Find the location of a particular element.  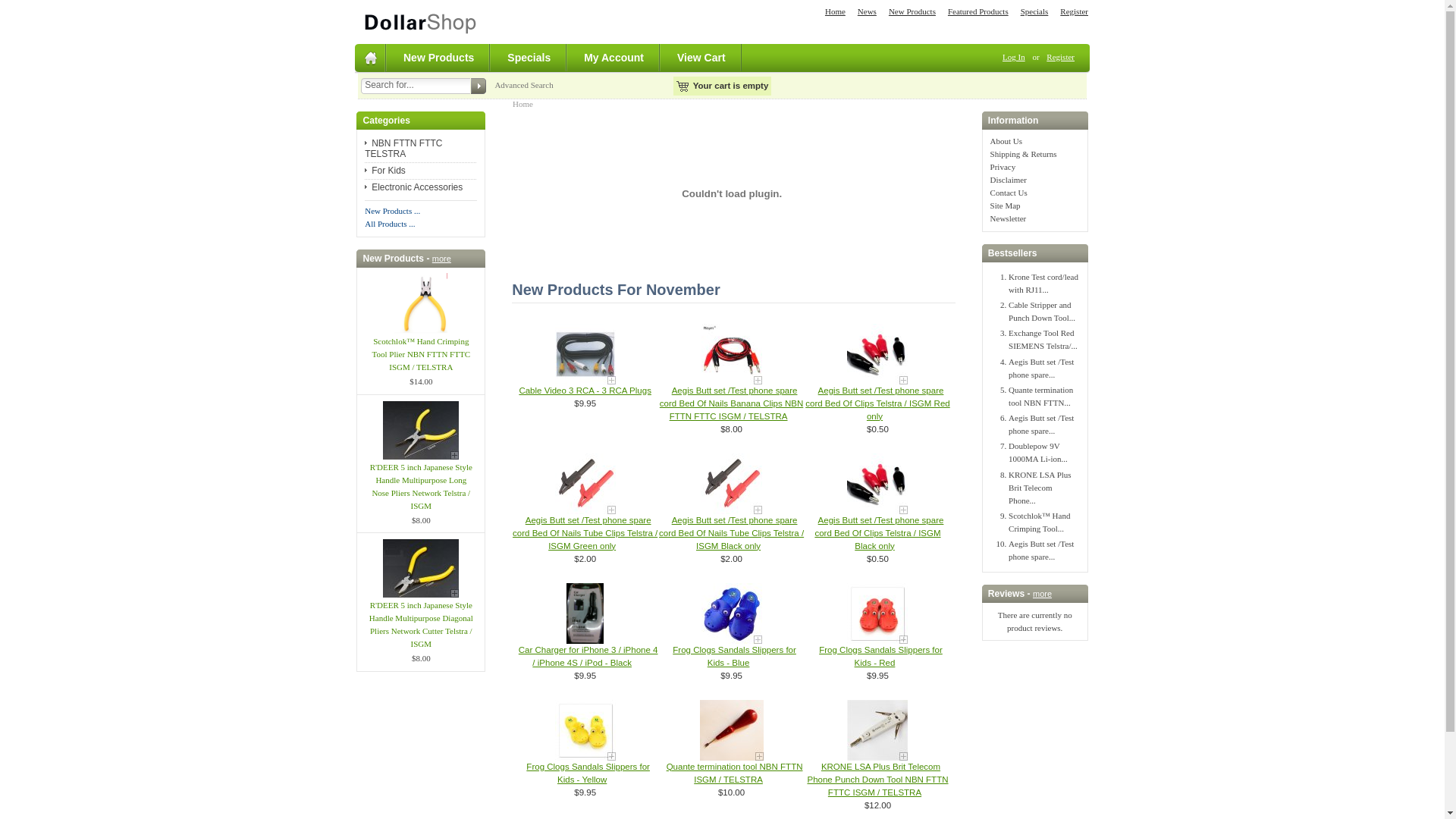

'News' is located at coordinates (867, 11).